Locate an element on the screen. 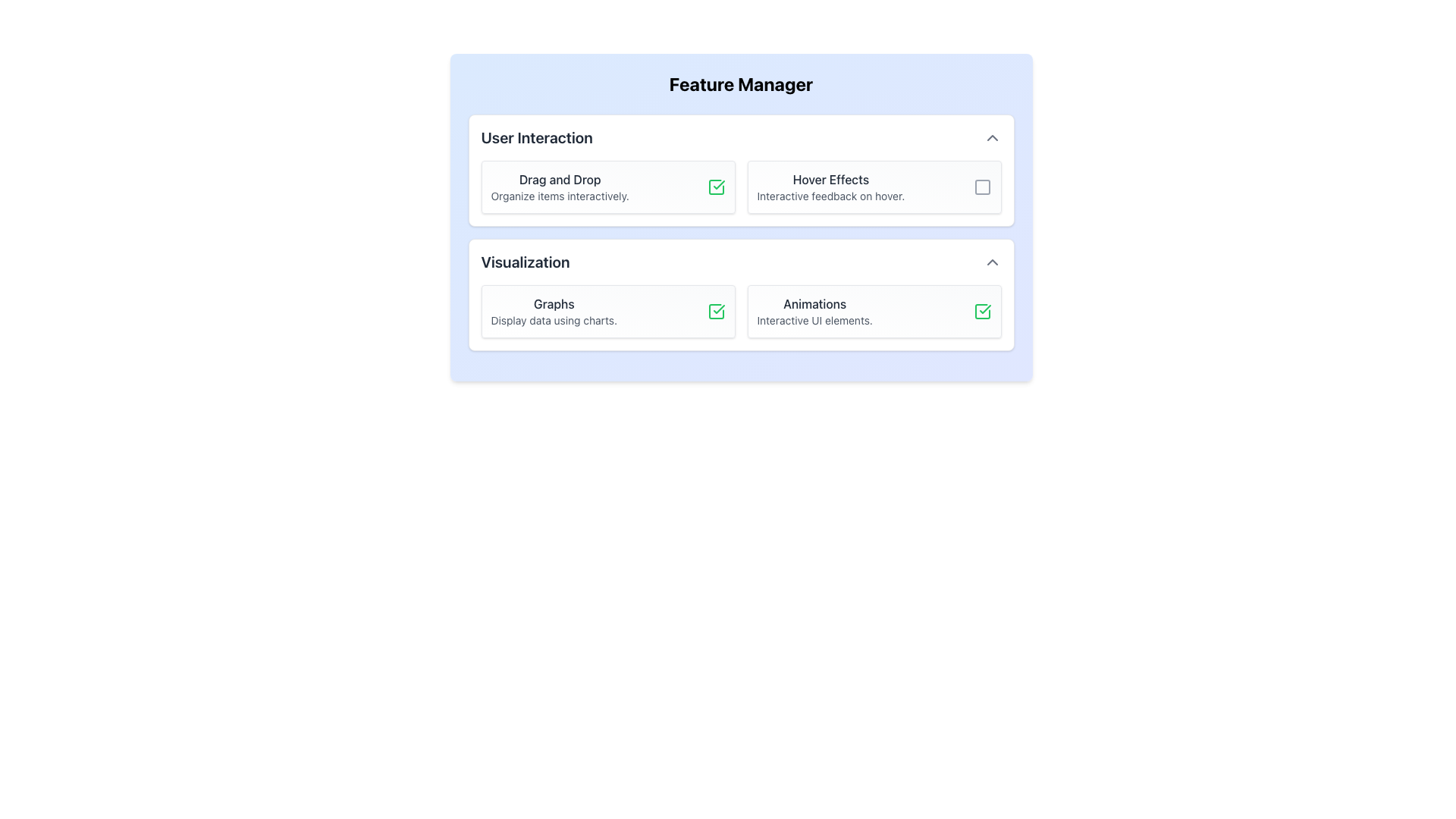  the unchecked checkbox in the right section of the Feature selector grid row is located at coordinates (741, 186).